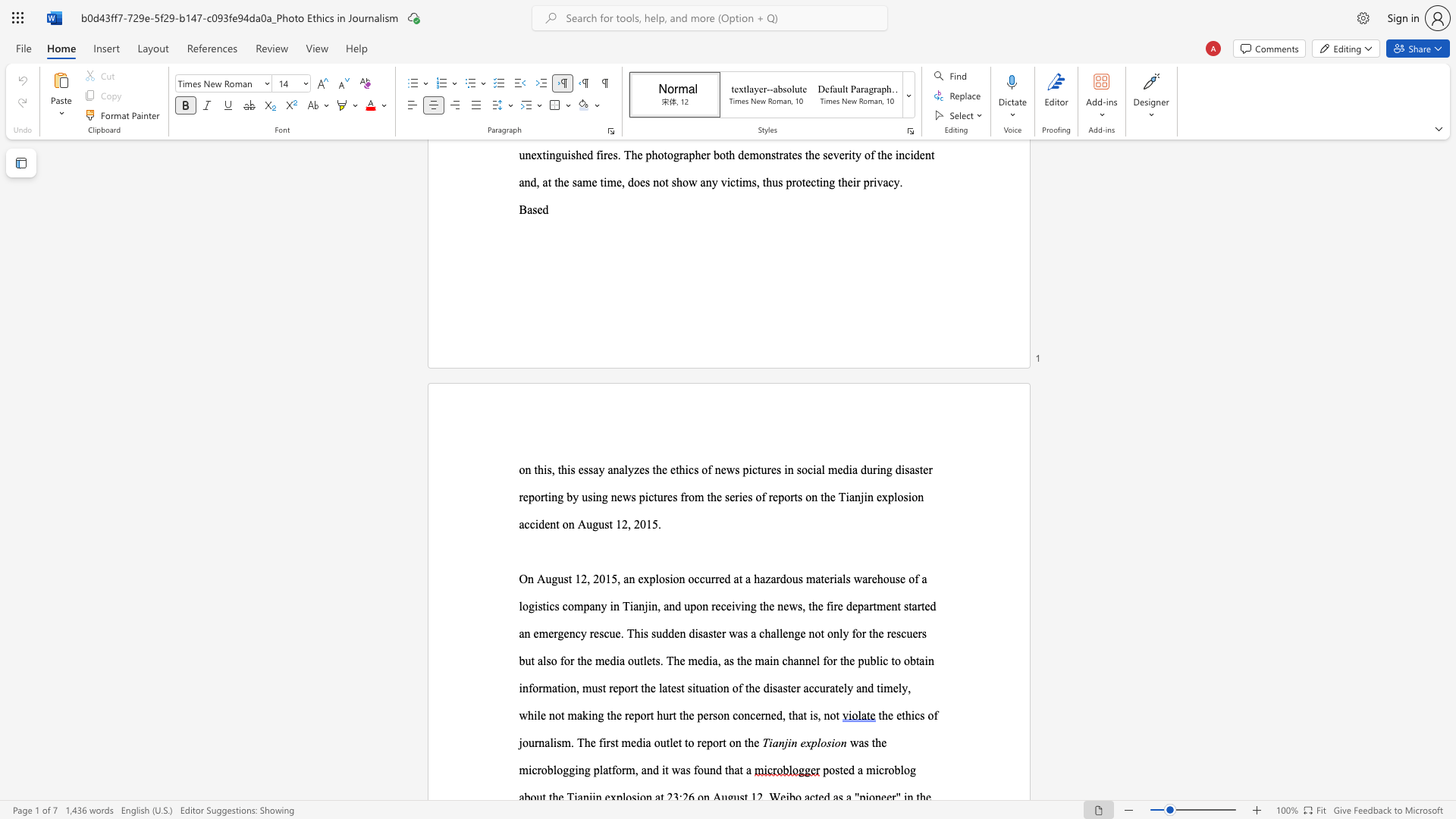  What do you see at coordinates (833, 742) in the screenshot?
I see `the subset text "on" within the text "Tianjin explosion"` at bounding box center [833, 742].